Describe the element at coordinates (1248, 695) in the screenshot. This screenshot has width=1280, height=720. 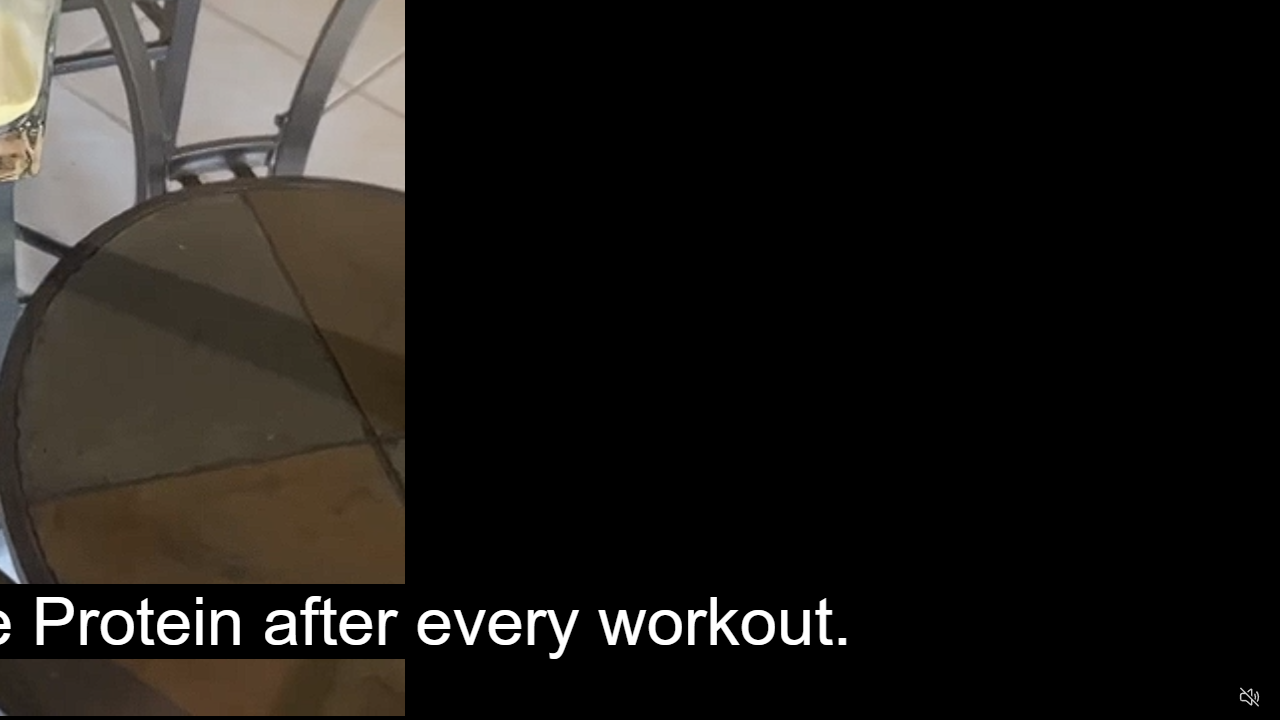
I see `'Unmute'` at that location.